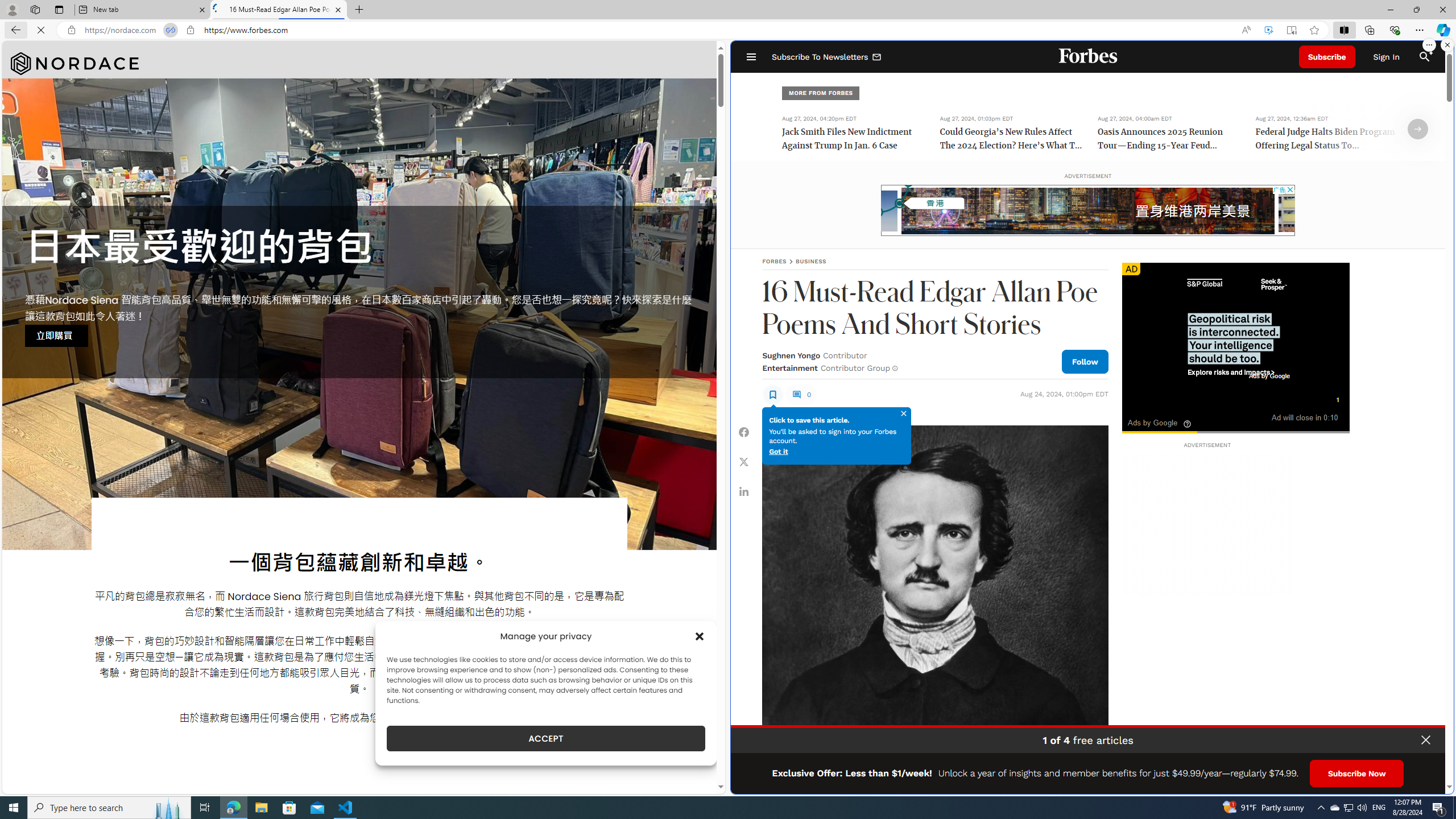  Describe the element at coordinates (774, 261) in the screenshot. I see `'FORBES'` at that location.